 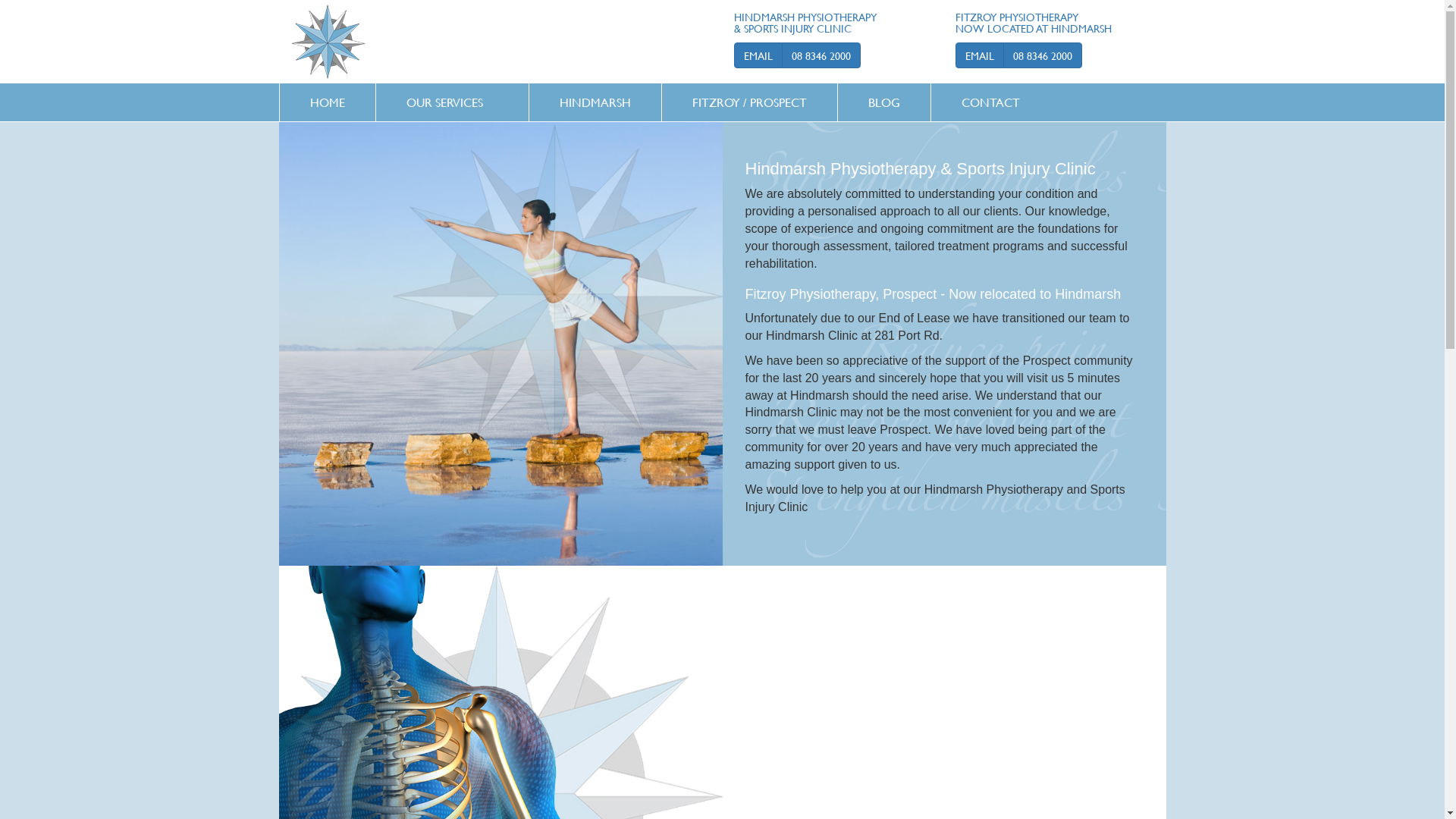 What do you see at coordinates (781, 55) in the screenshot?
I see `'08 8346 2000'` at bounding box center [781, 55].